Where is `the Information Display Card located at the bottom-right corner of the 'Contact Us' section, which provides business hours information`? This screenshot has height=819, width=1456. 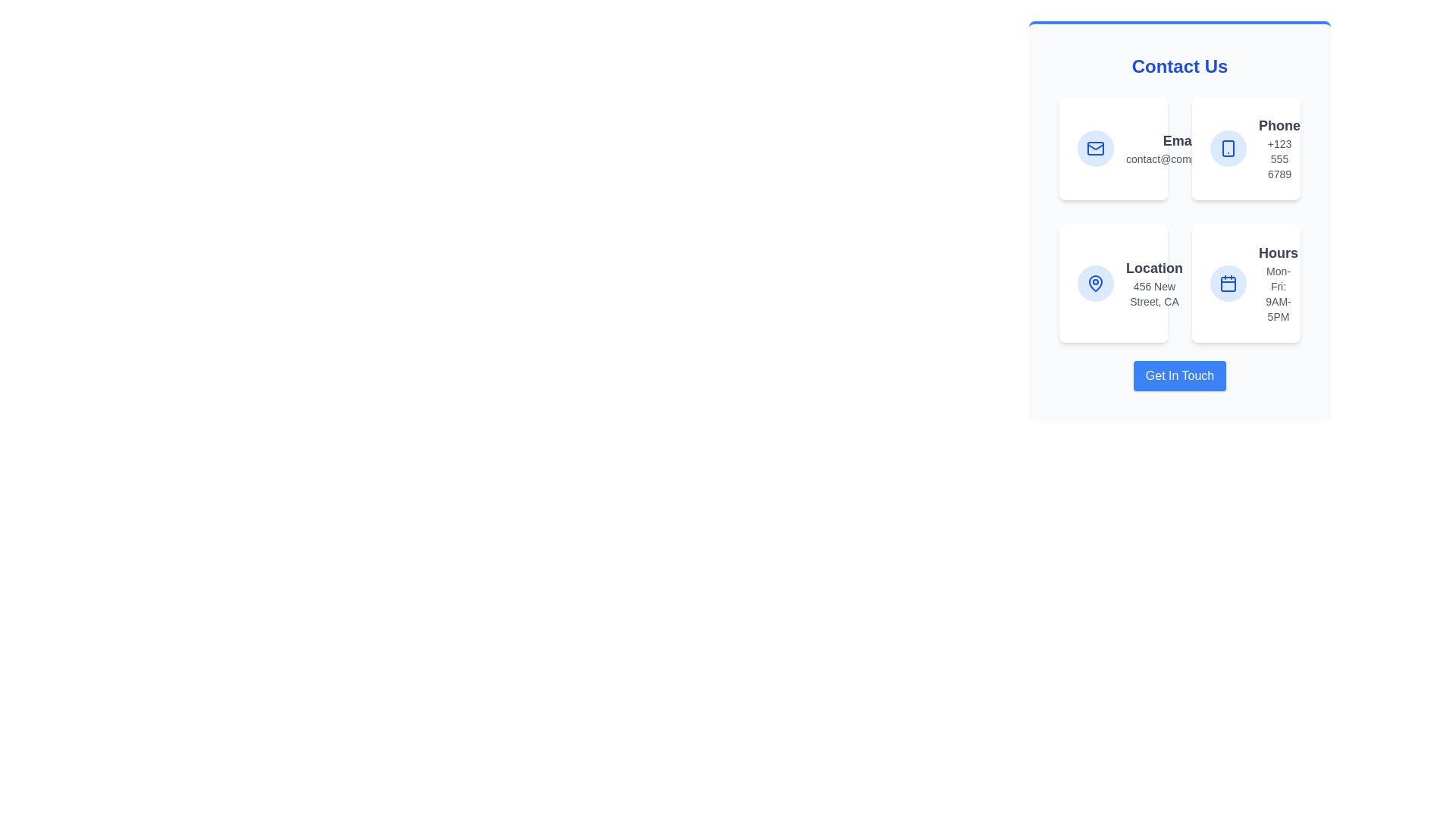
the Information Display Card located at the bottom-right corner of the 'Contact Us' section, which provides business hours information is located at coordinates (1246, 284).